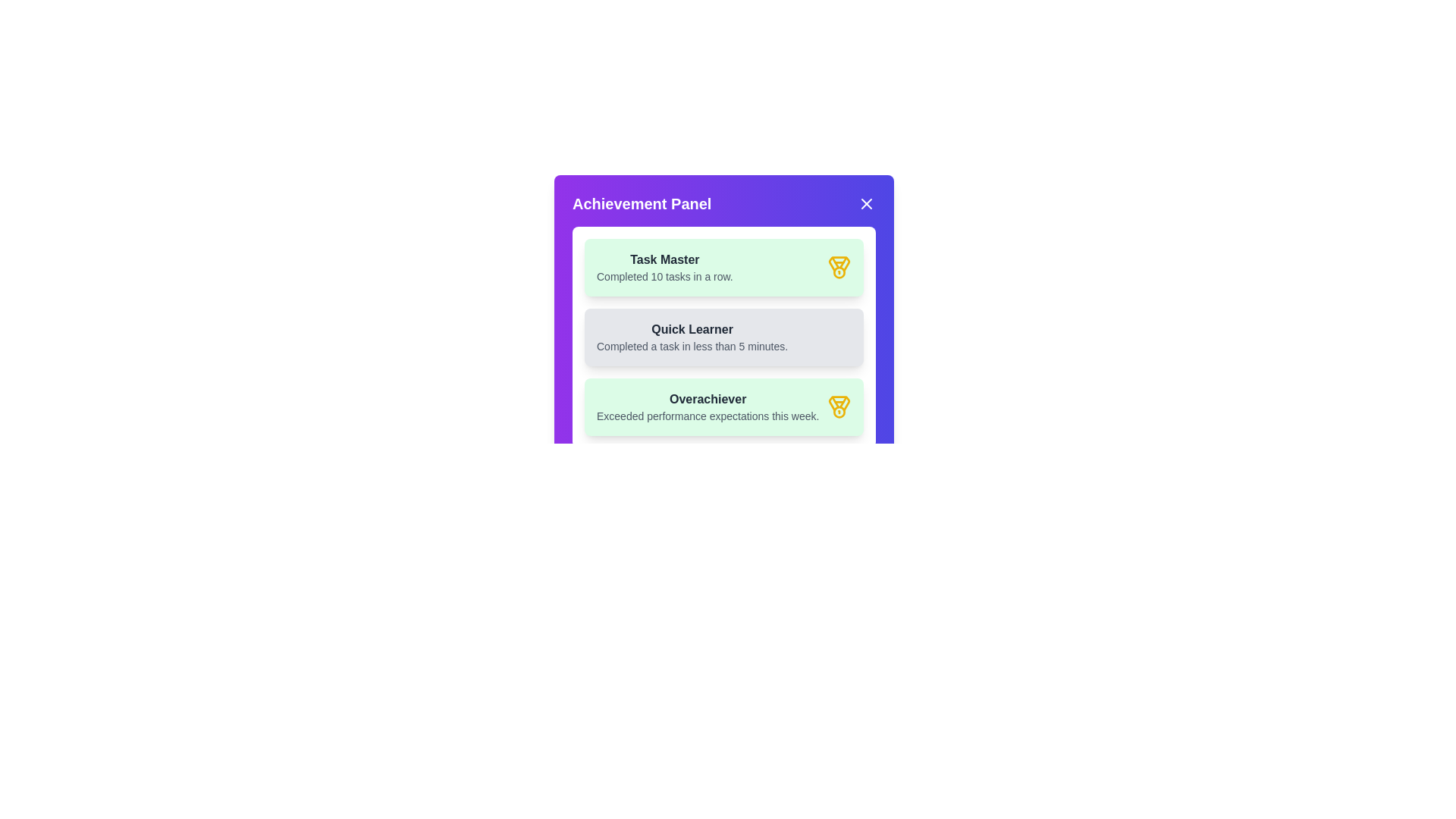  Describe the element at coordinates (866, 203) in the screenshot. I see `the circular close button with a cross symbol in the top-right corner of the Achievement Panel` at that location.